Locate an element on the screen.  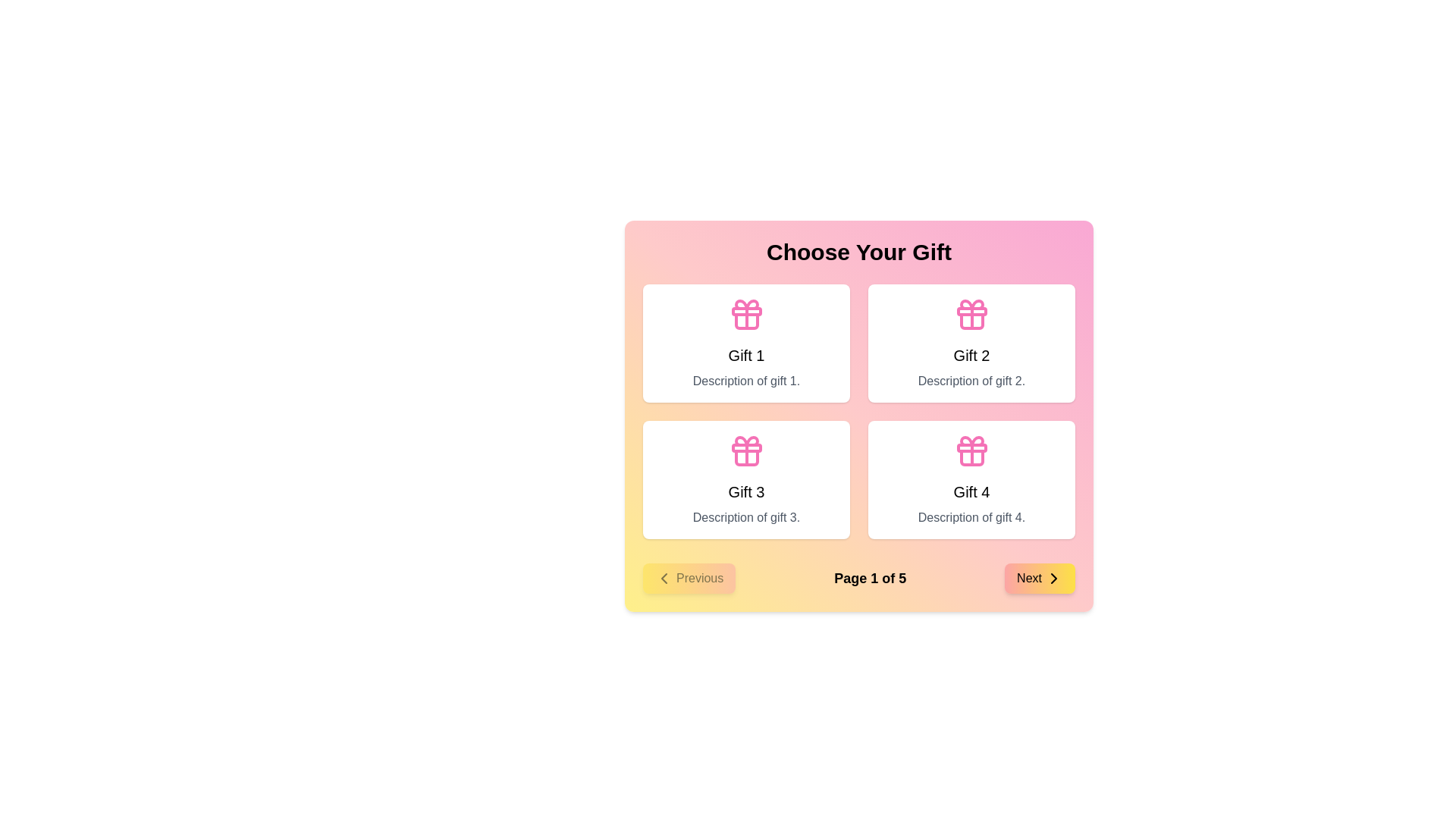
the static text label titled 'Gift 1', which is centrally aligned in the top-left card of a 2x2 grid layout is located at coordinates (746, 356).